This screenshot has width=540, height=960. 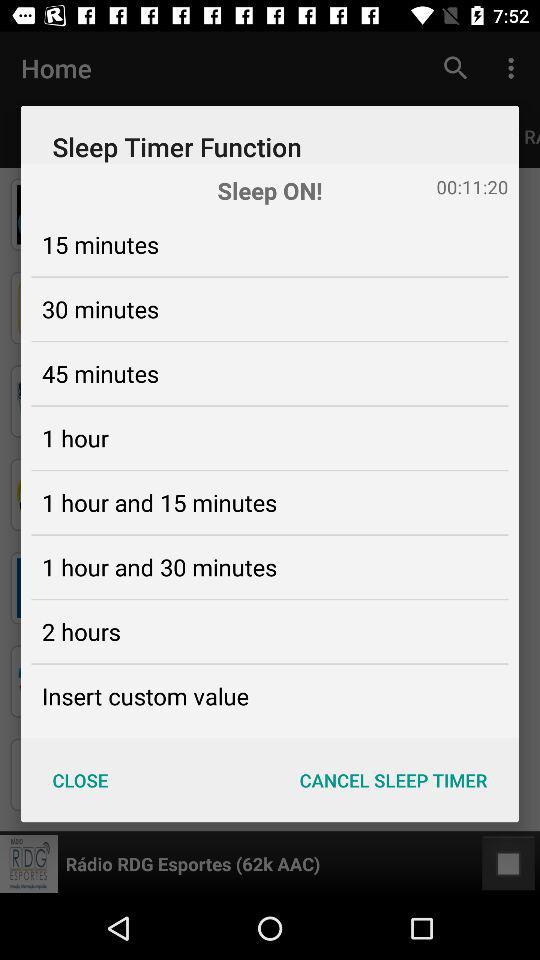 I want to click on 45 minutes icon, so click(x=99, y=372).